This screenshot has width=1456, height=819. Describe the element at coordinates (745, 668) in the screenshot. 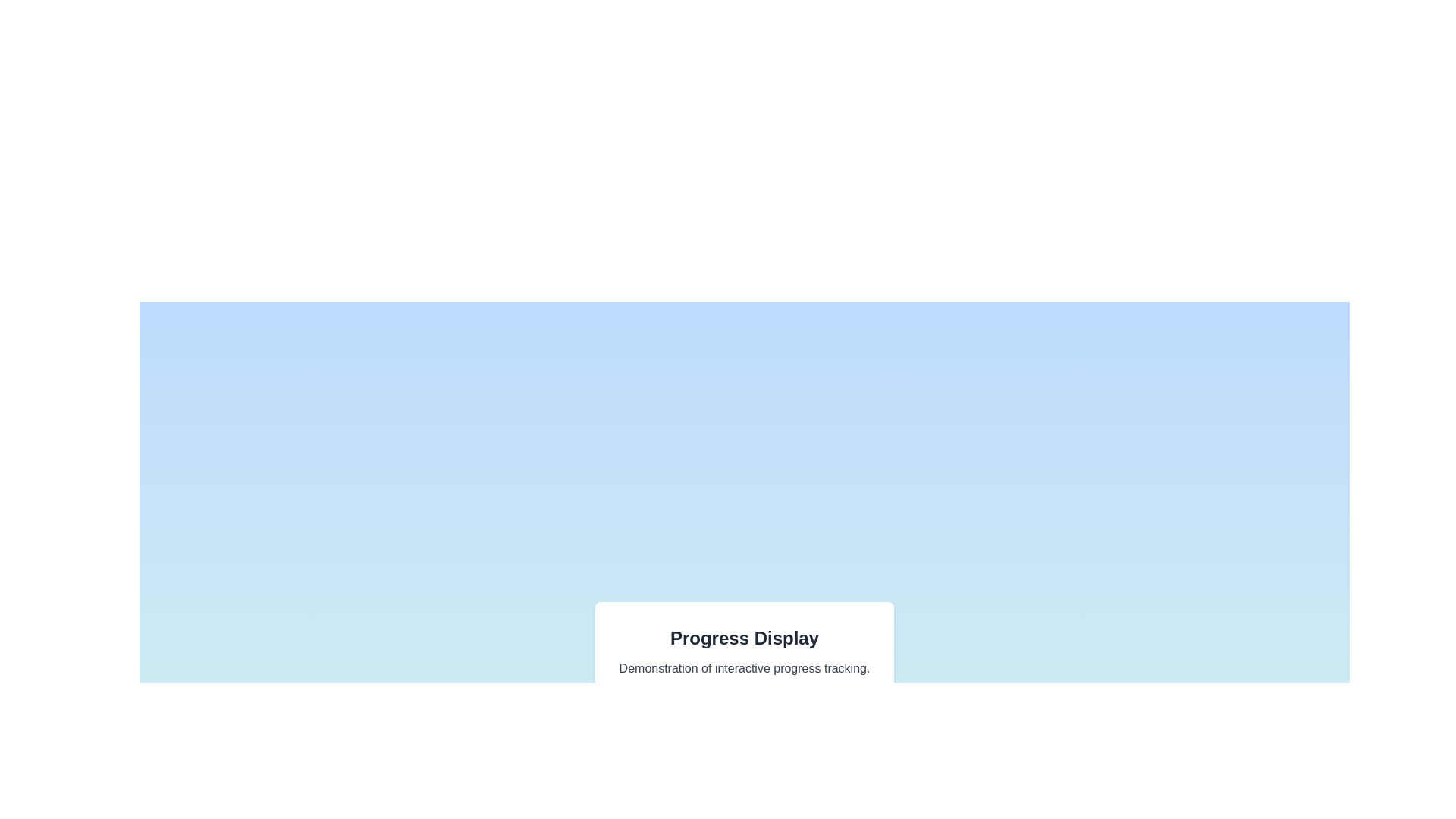

I see `text content of the Text Label positioned below the 'Progress Display' header and above the progress bar` at that location.